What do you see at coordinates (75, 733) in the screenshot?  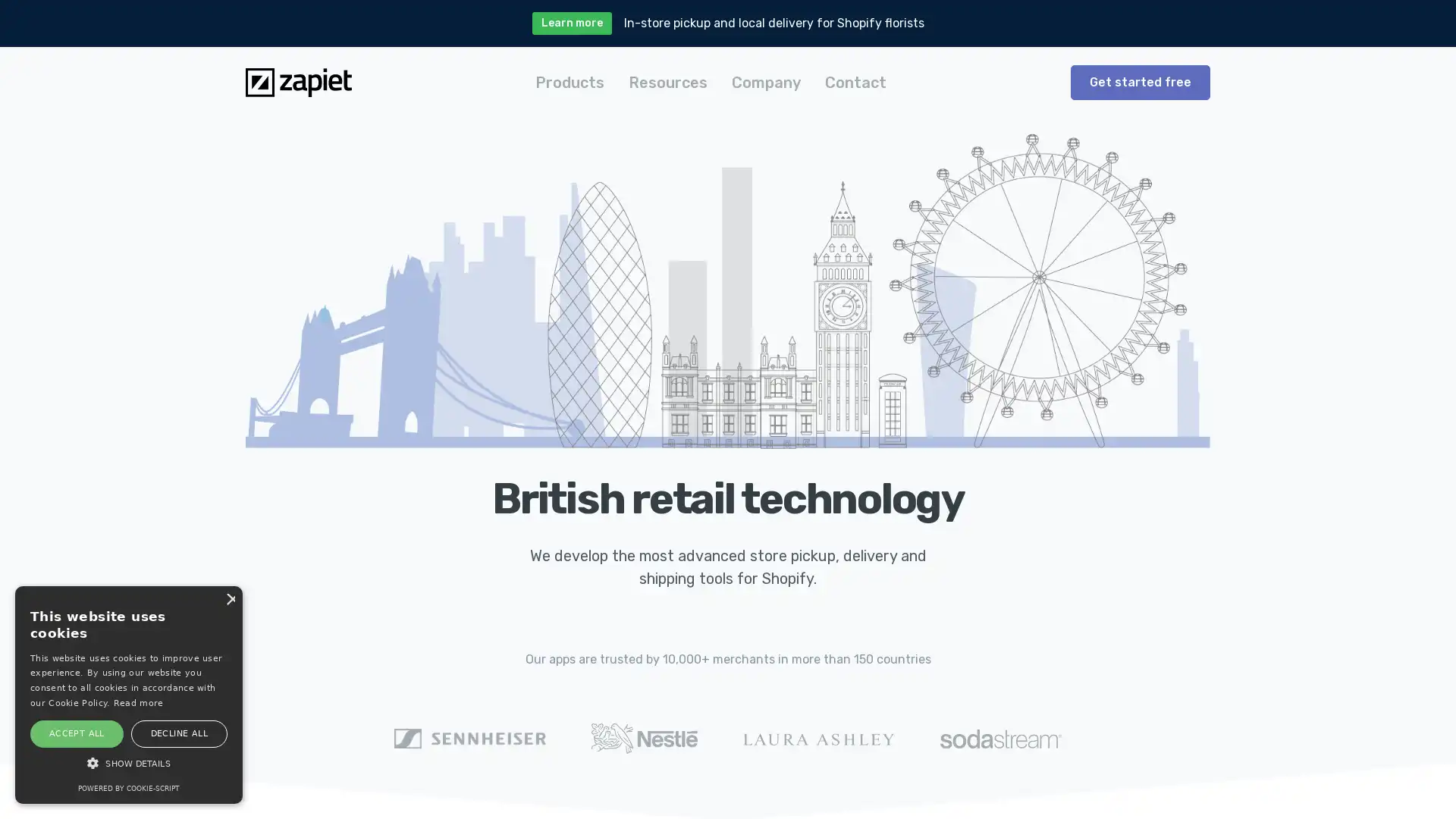 I see `ACCEPT ALL` at bounding box center [75, 733].